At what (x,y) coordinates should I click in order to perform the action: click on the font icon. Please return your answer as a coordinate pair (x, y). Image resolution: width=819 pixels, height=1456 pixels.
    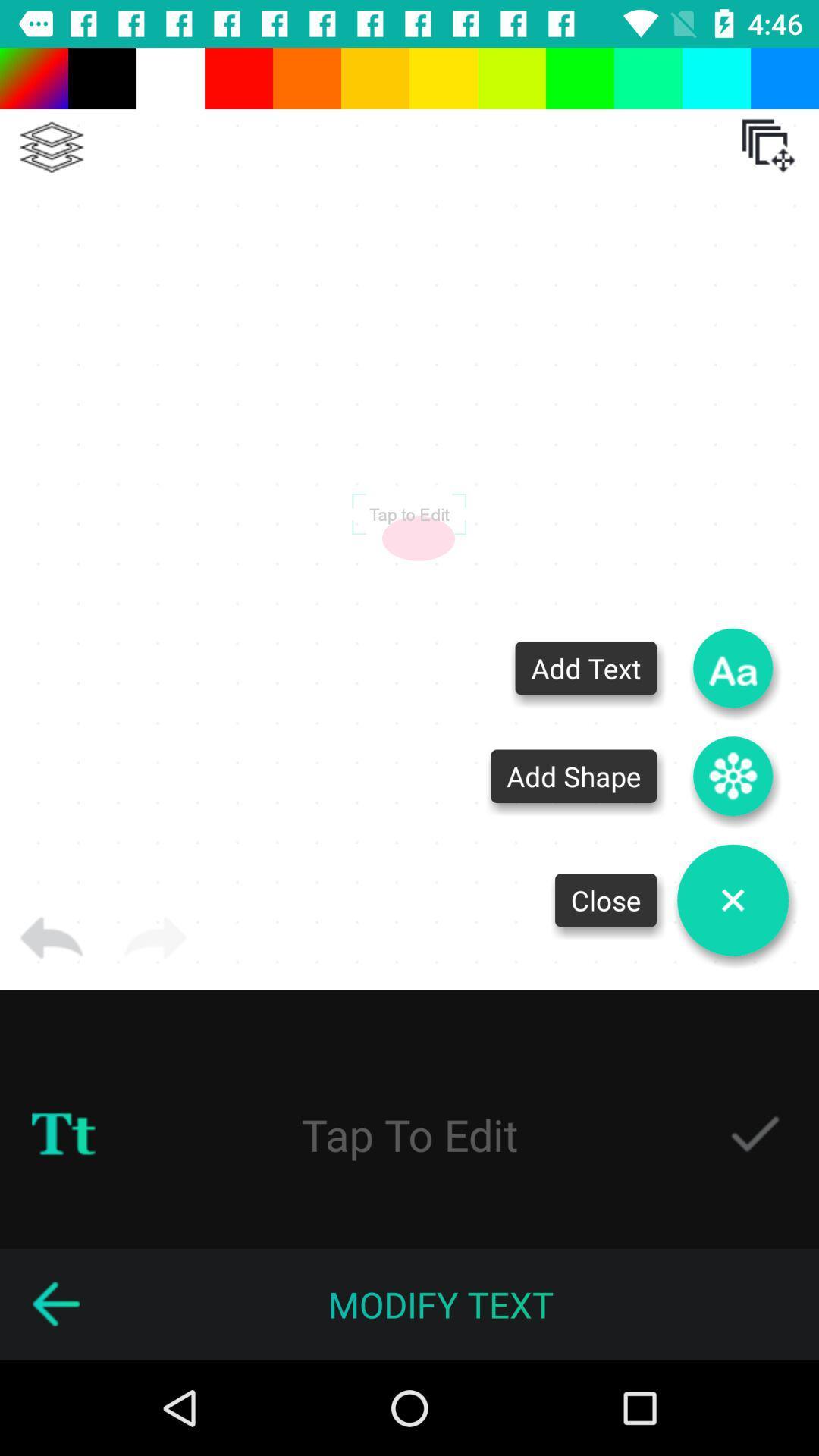
    Looking at the image, I should click on (63, 1134).